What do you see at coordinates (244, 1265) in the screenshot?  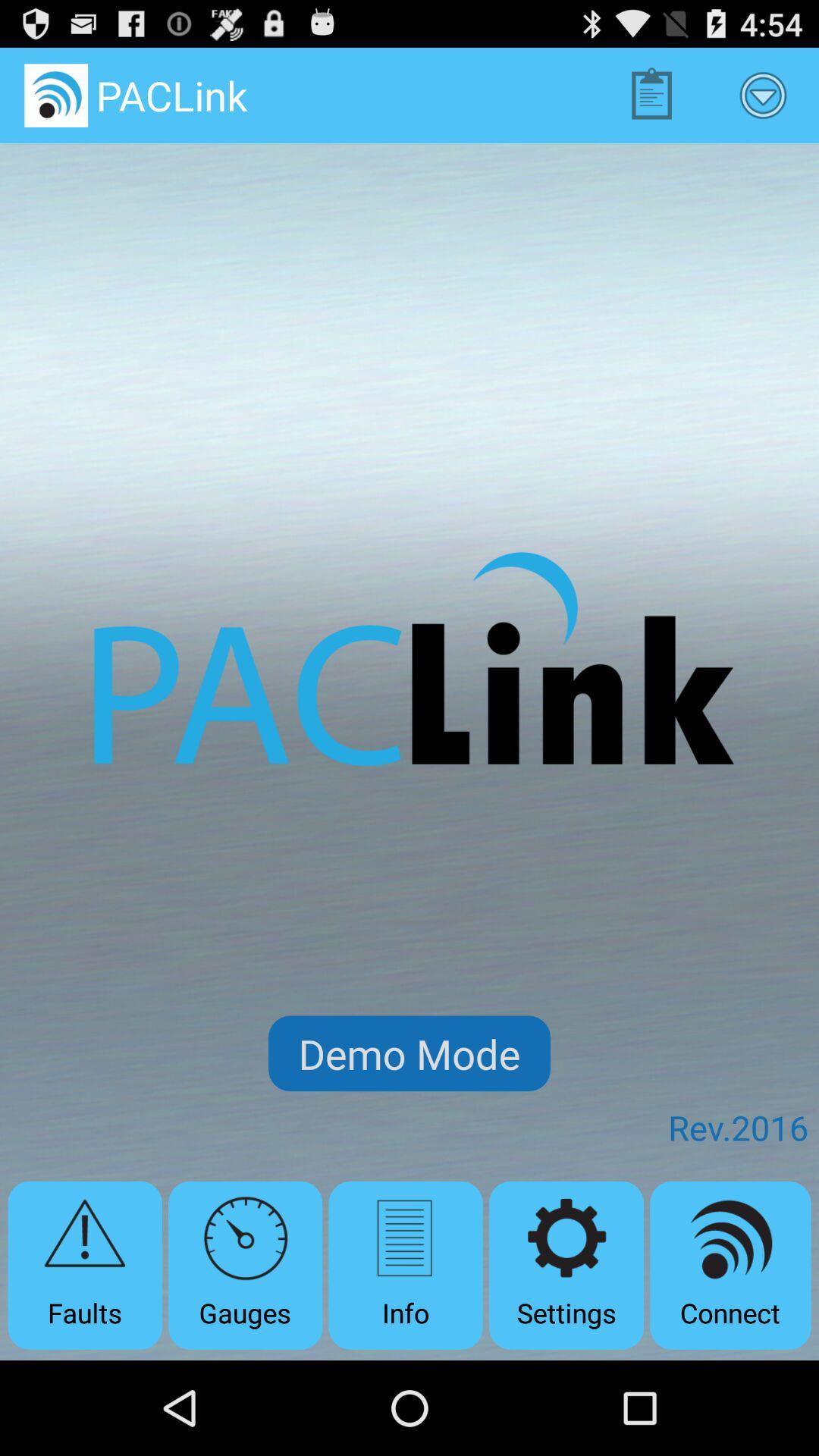 I see `icon below demo mode` at bounding box center [244, 1265].